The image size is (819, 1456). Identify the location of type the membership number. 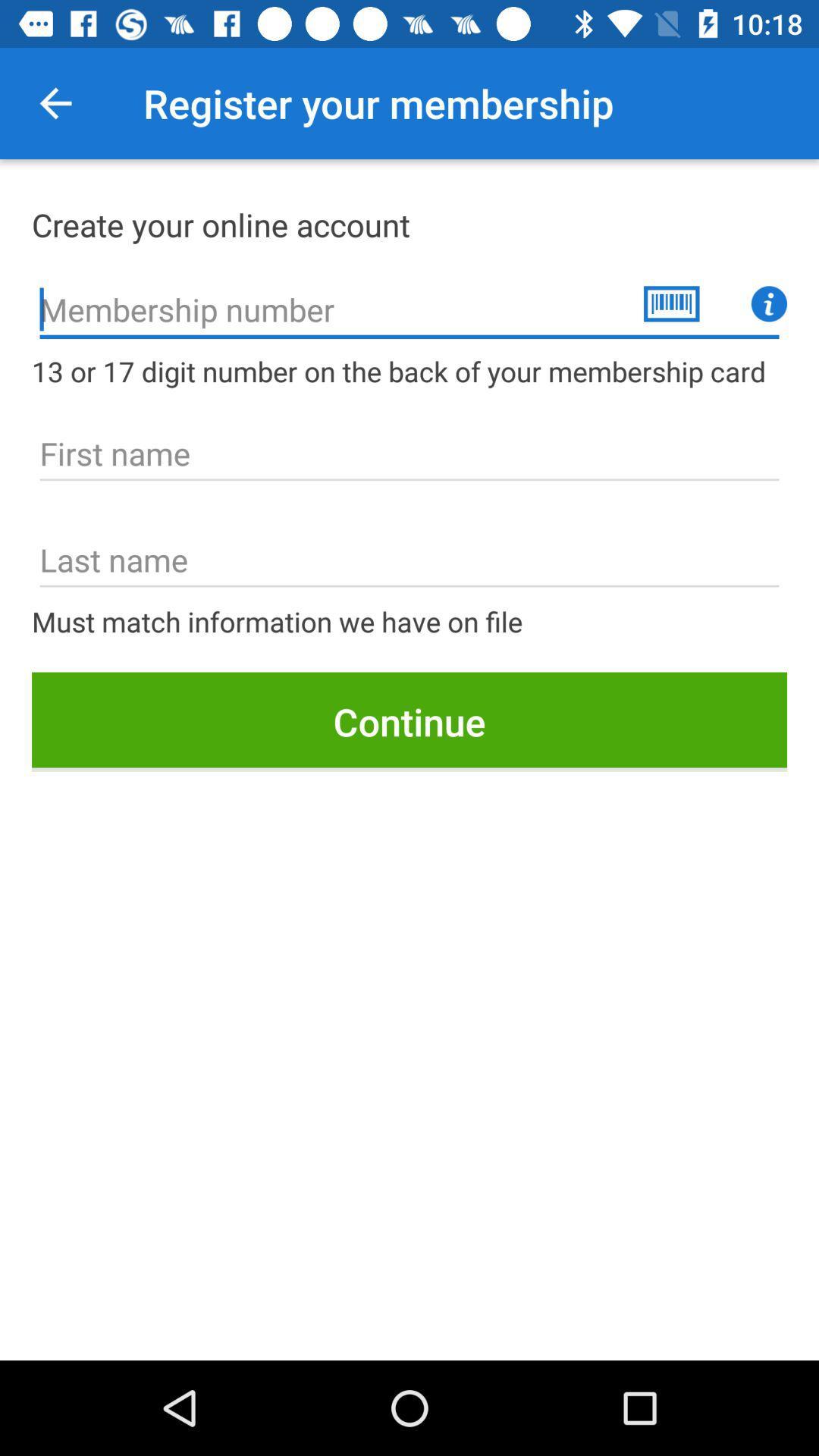
(55, 102).